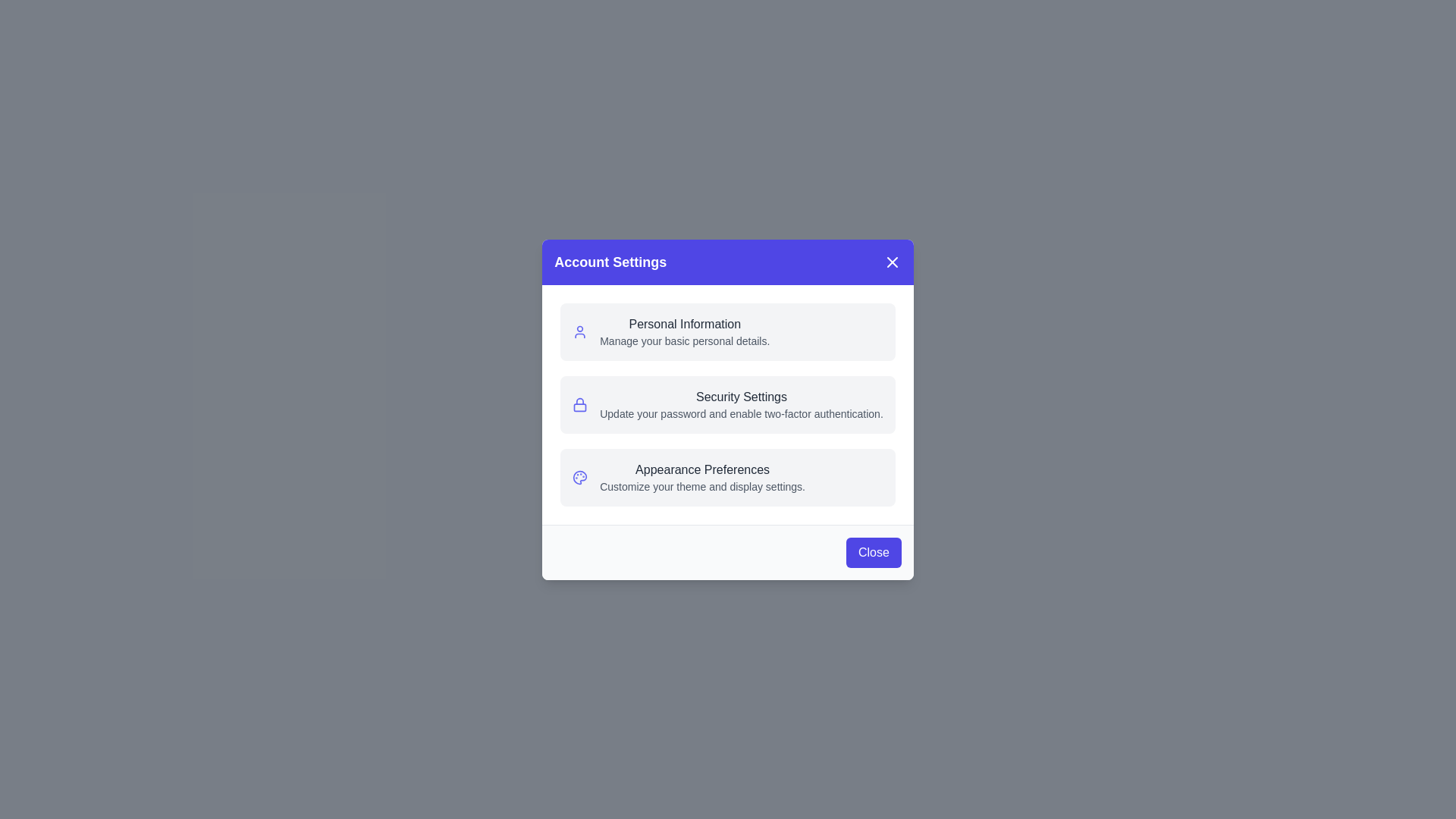  I want to click on the 'Personal Information' text label within the 'Account Settings' modal, so click(684, 323).